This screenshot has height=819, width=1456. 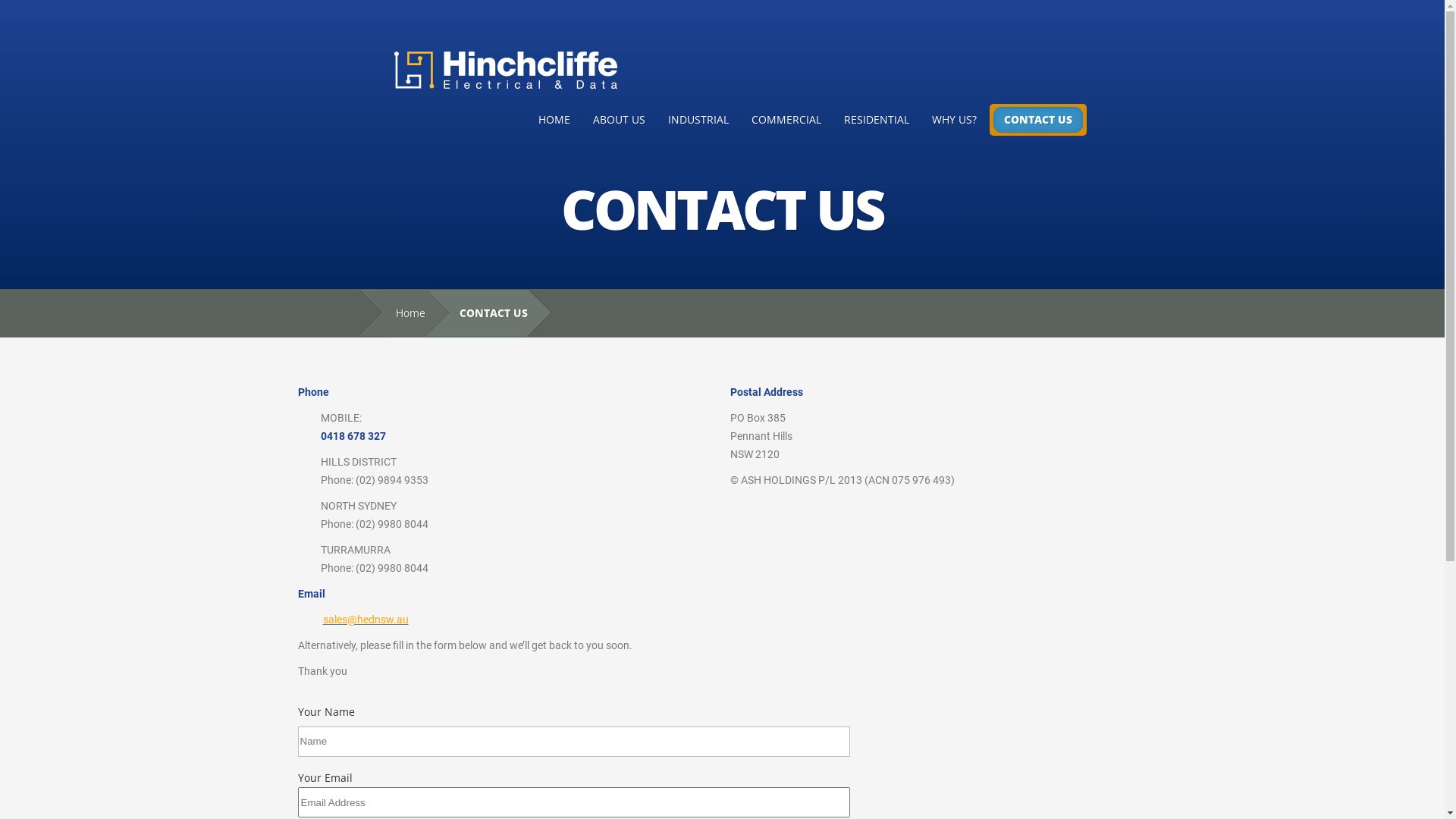 What do you see at coordinates (403, 312) in the screenshot?
I see `'Home'` at bounding box center [403, 312].